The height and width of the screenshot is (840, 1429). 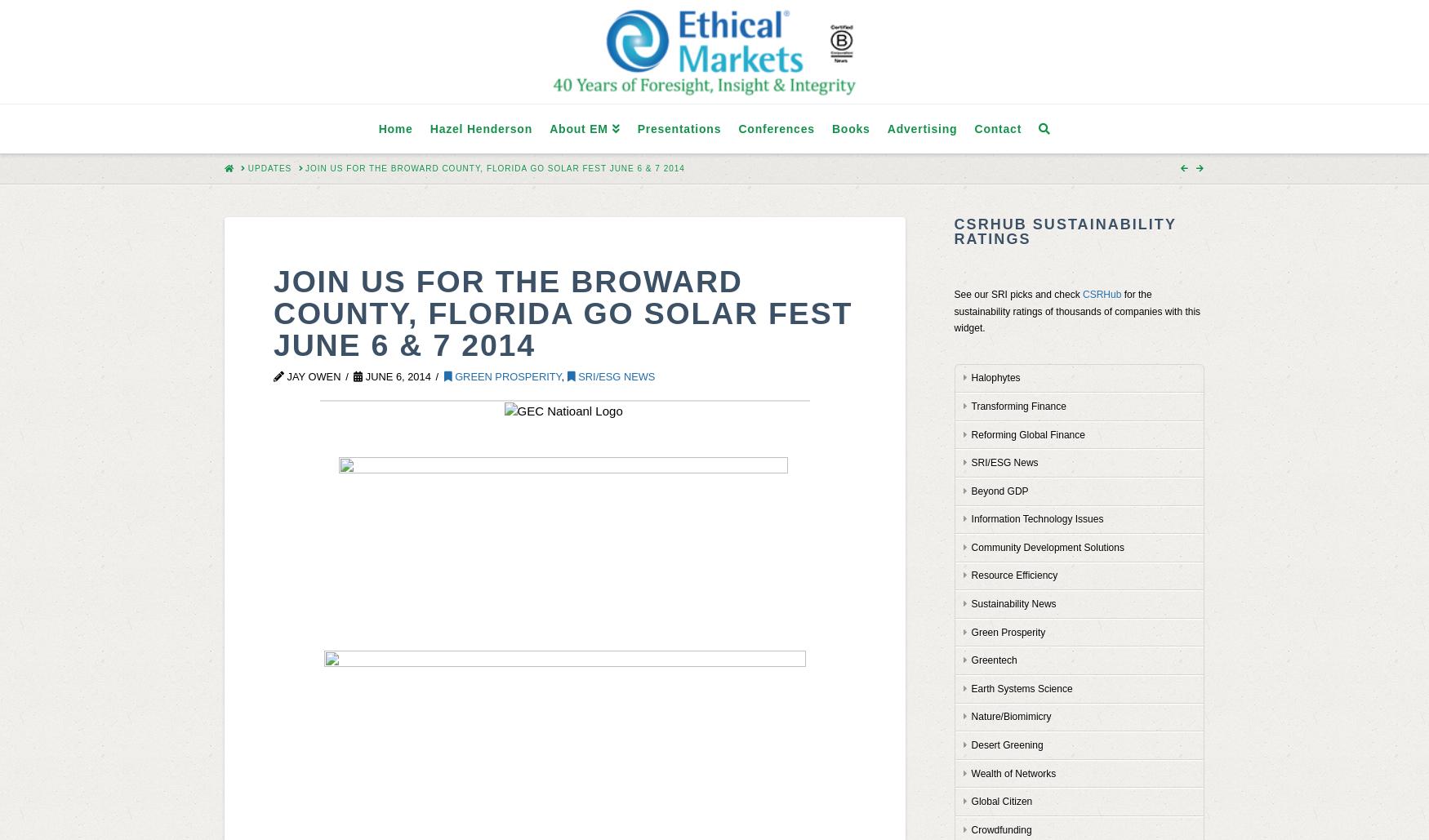 I want to click on 'Transforming Finance', so click(x=970, y=406).